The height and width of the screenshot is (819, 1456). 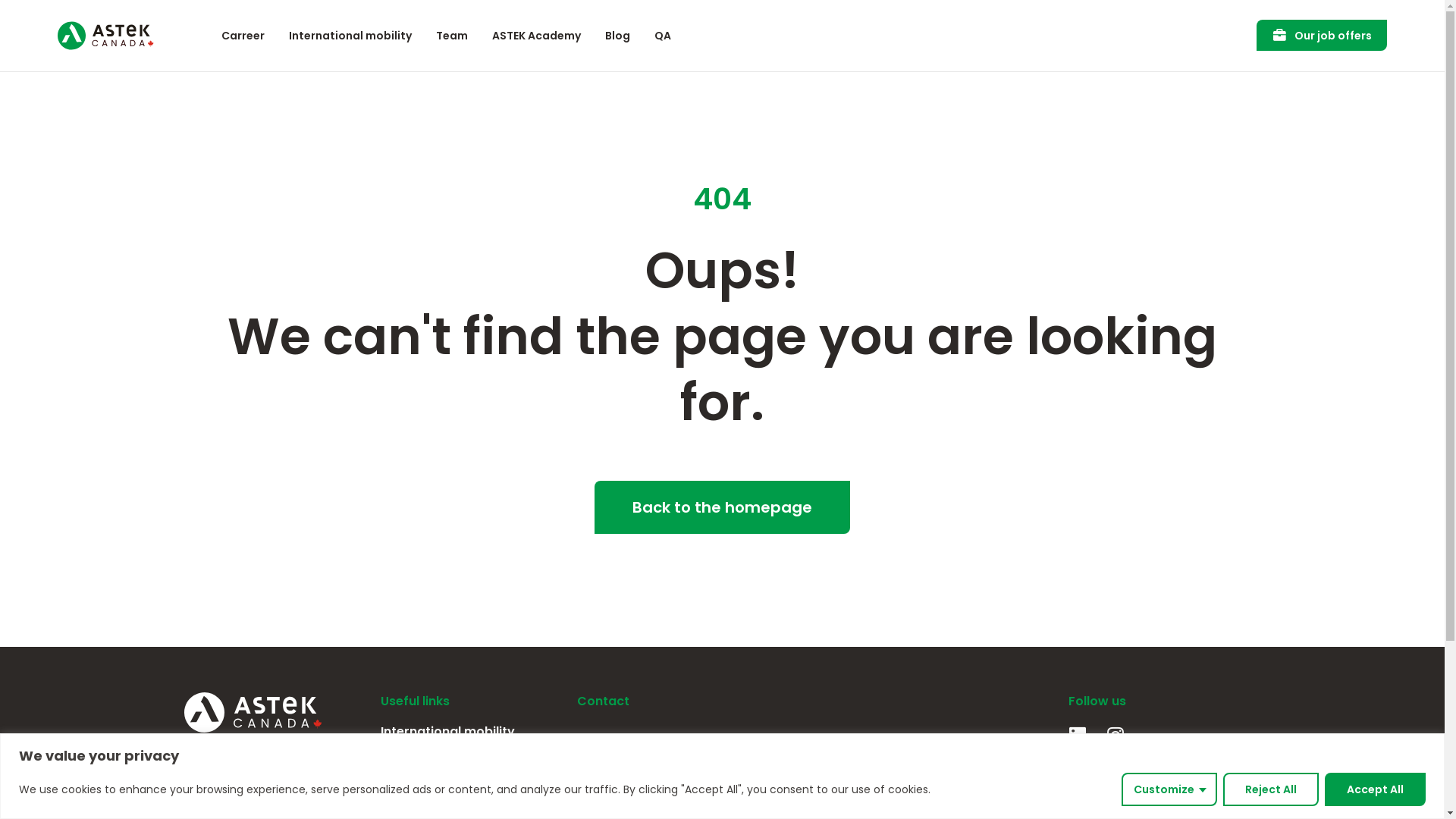 I want to click on '180 John Street, M5T 1X5, Toronto, Ontario', so click(x=877, y=769).